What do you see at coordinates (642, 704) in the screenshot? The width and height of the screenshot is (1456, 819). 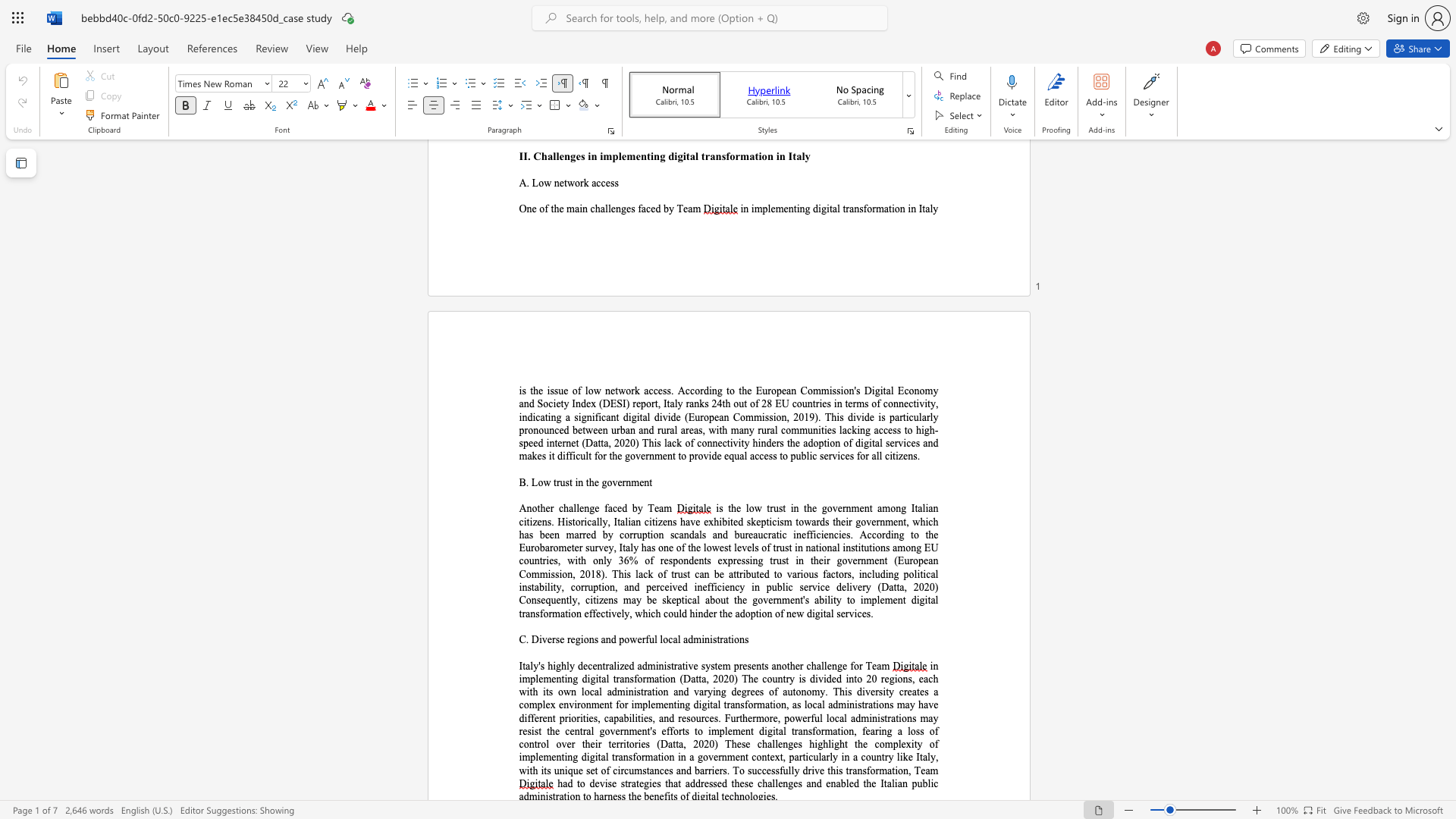 I see `the subset text "plementing digital transformation, as local administratio" within the text "in implementing digital transformation (Datta, 2020) The country is divided into 20 regions, each with its own local administration and varying degrees of autonomy. This diversity creates a complex environment for implementing digital transformation, as local administrations may have different priorities, capabilities, and resources. Furthermore, powerful local administrations may resist the central government"` at bounding box center [642, 704].